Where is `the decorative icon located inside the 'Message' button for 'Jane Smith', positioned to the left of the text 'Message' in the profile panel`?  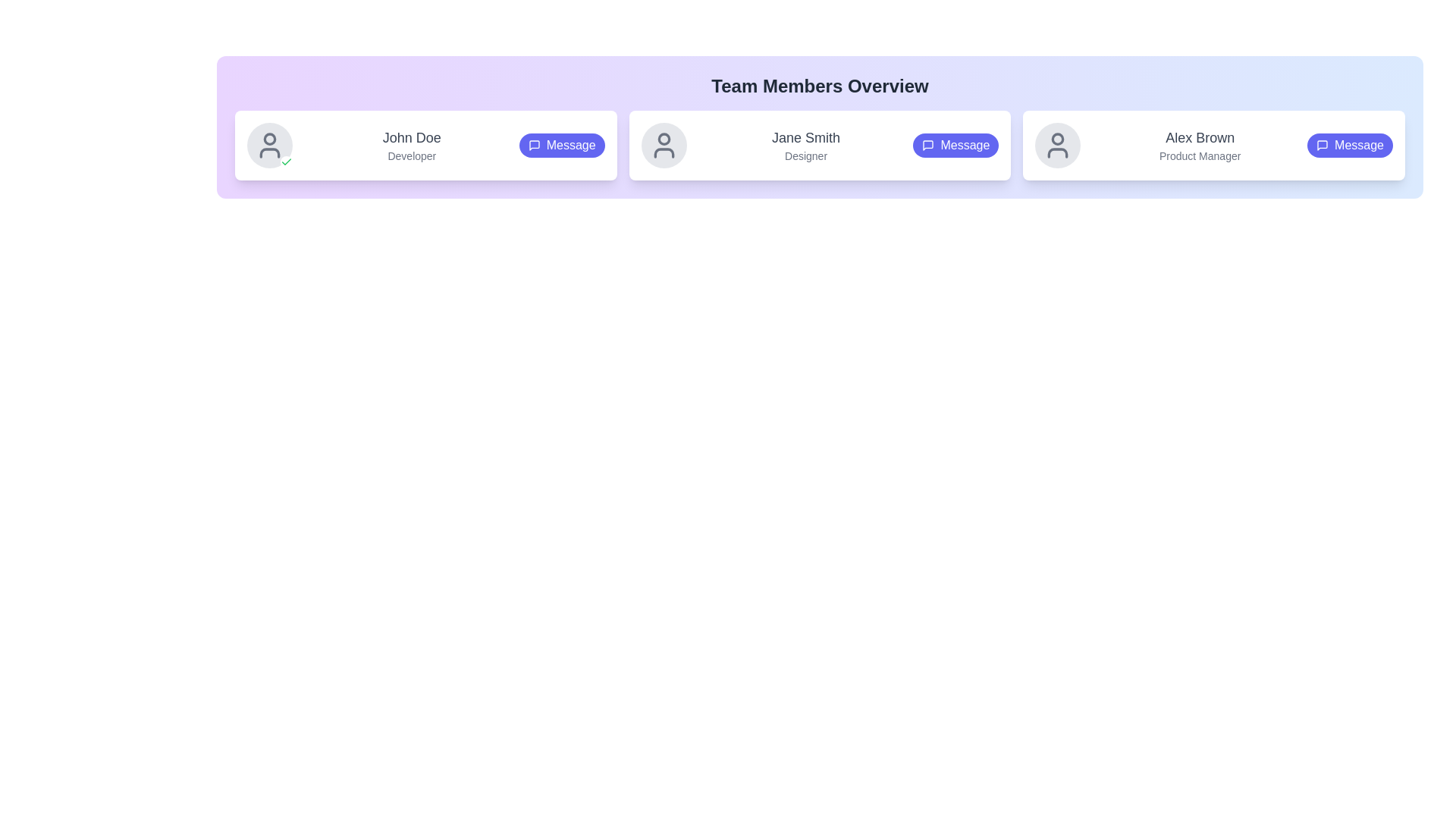 the decorative icon located inside the 'Message' button for 'Jane Smith', positioned to the left of the text 'Message' in the profile panel is located at coordinates (927, 146).